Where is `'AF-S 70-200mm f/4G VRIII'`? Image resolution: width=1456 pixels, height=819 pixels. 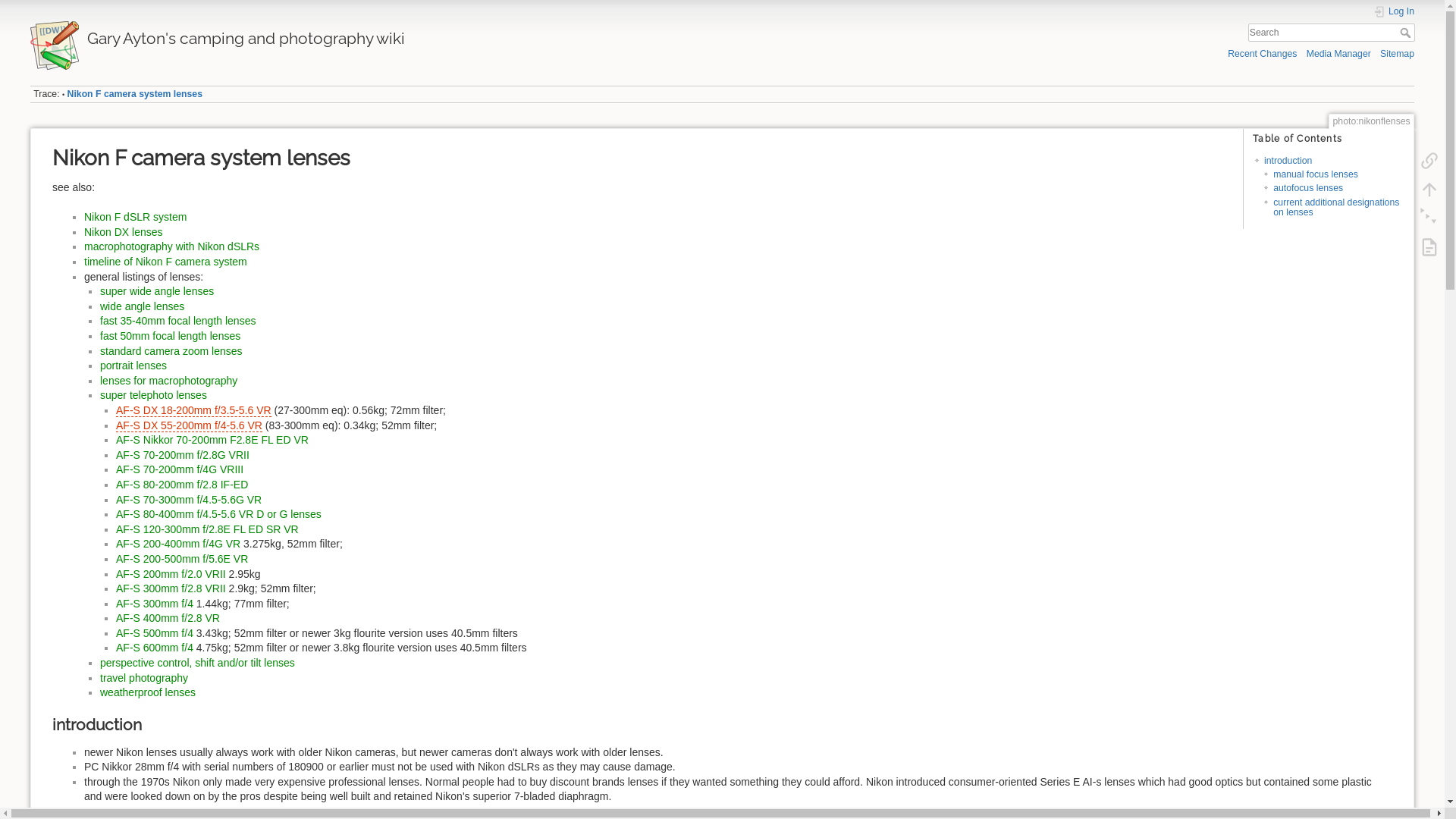
'AF-S 70-200mm f/4G VRIII' is located at coordinates (179, 468).